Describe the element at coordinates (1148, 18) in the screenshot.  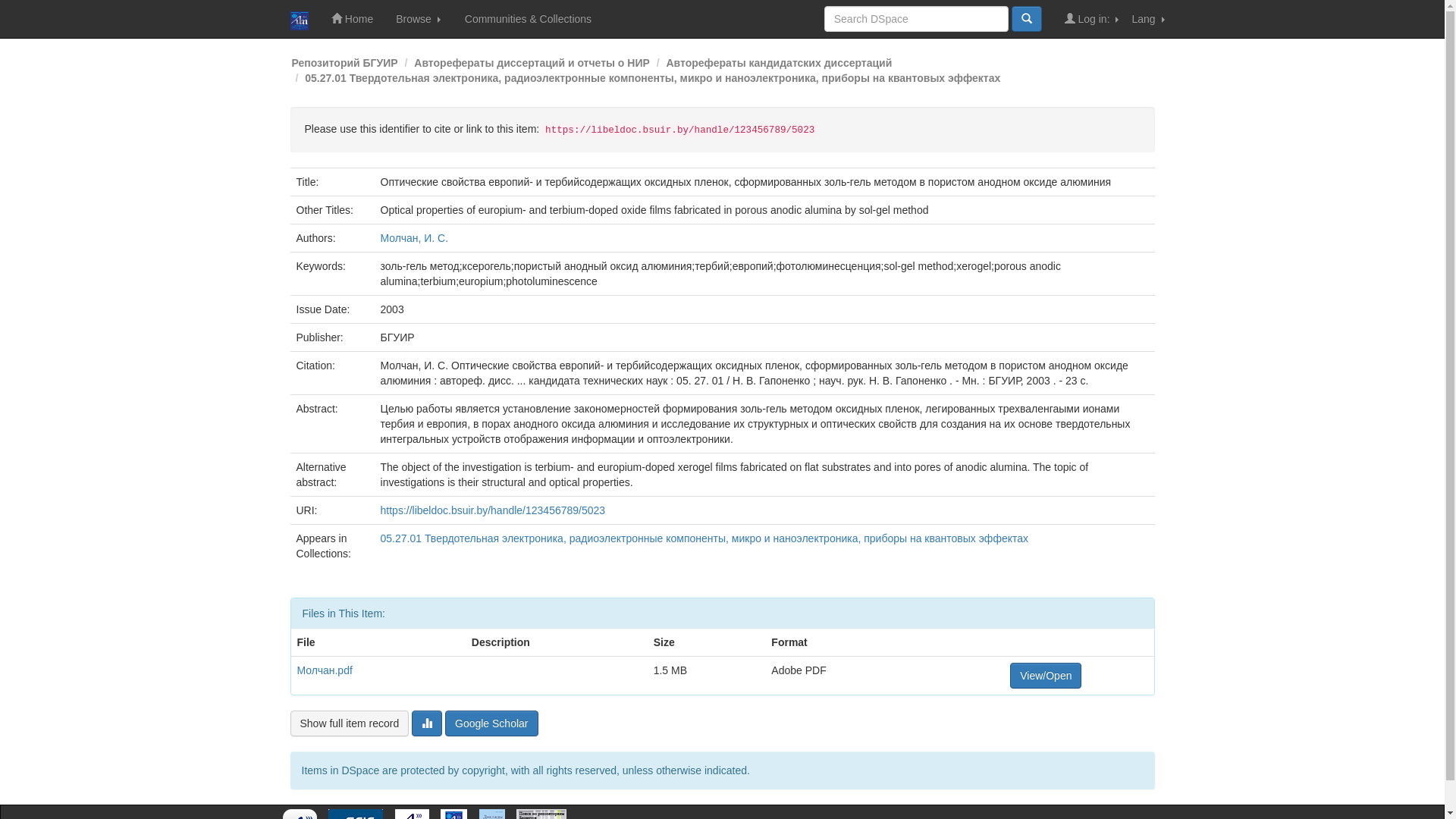
I see `'Lang'` at that location.